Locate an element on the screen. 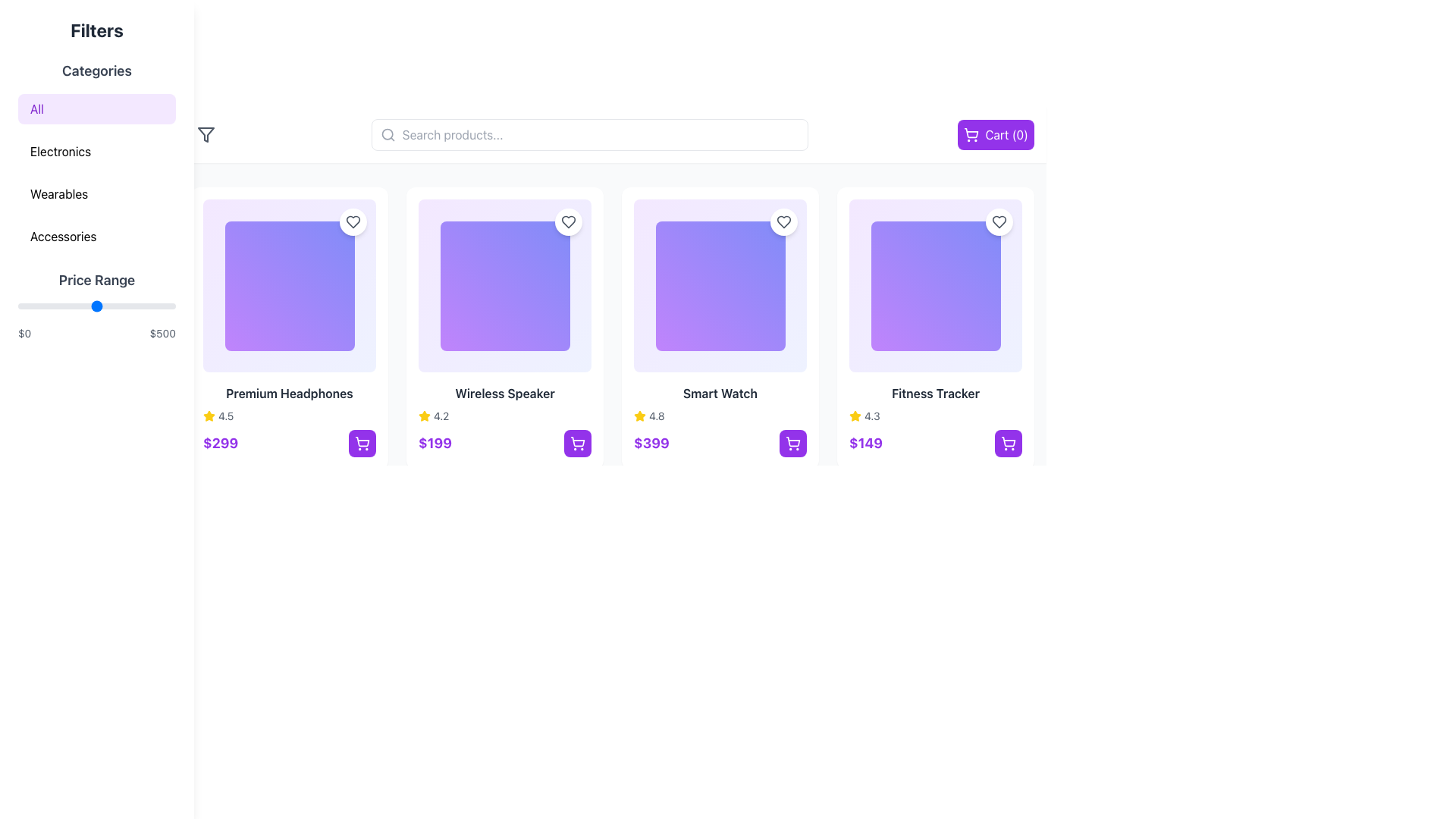 Image resolution: width=1456 pixels, height=819 pixels. the 'Accessories' filter button located in the sidebar under the 'Categories' title is located at coordinates (96, 237).